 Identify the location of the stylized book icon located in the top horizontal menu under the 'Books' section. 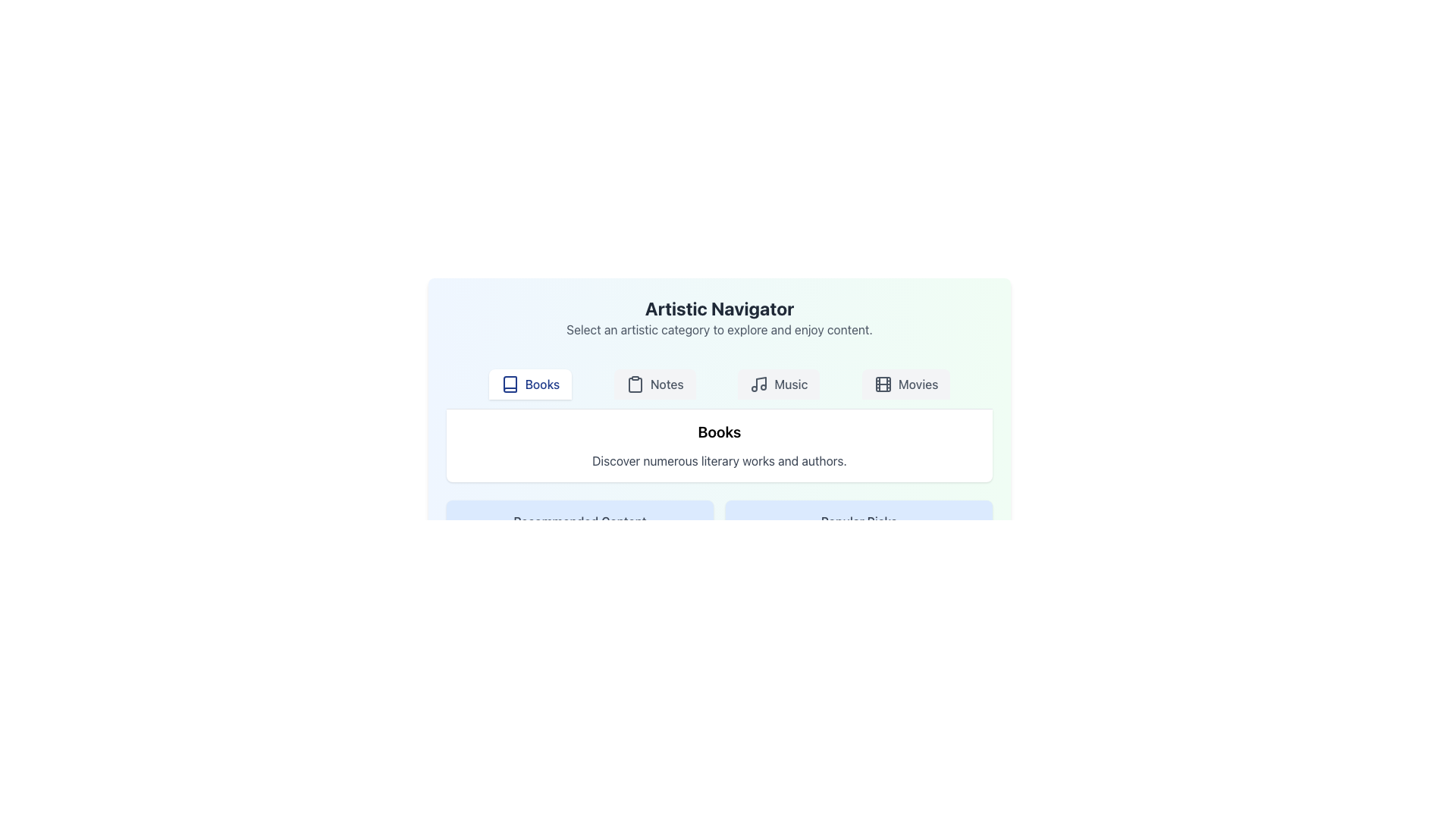
(510, 383).